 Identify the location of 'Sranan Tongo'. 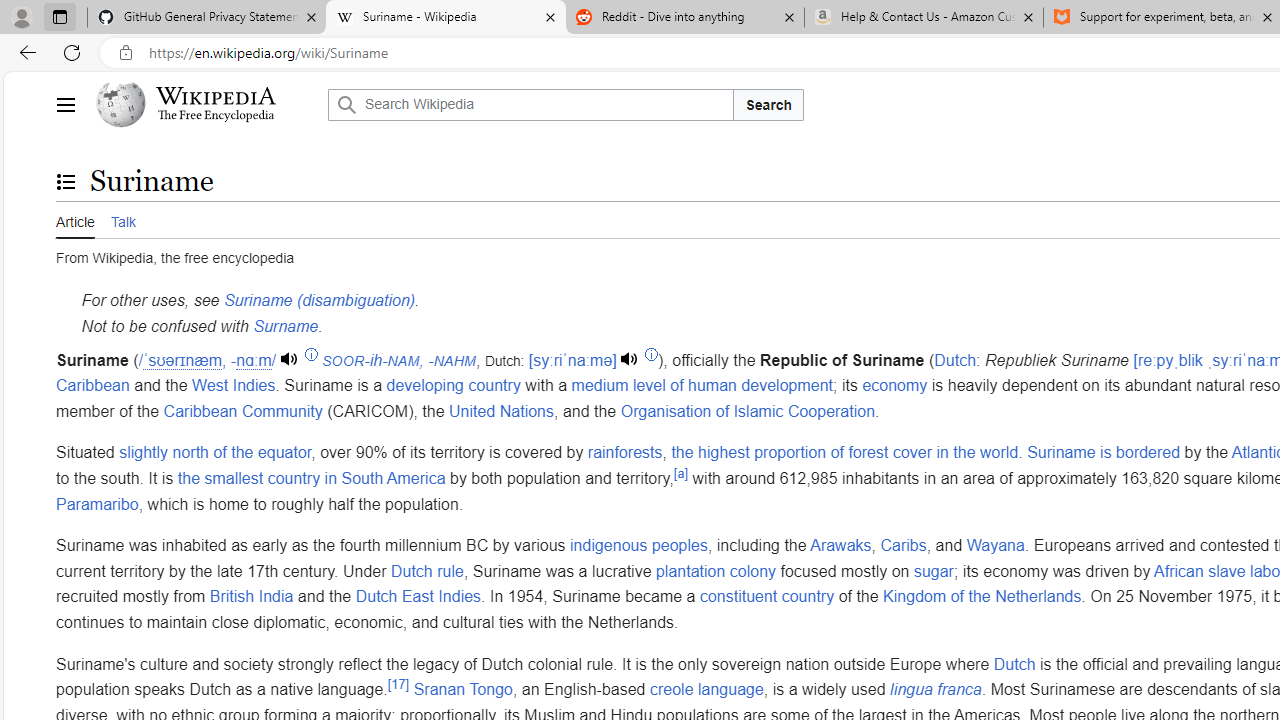
(462, 689).